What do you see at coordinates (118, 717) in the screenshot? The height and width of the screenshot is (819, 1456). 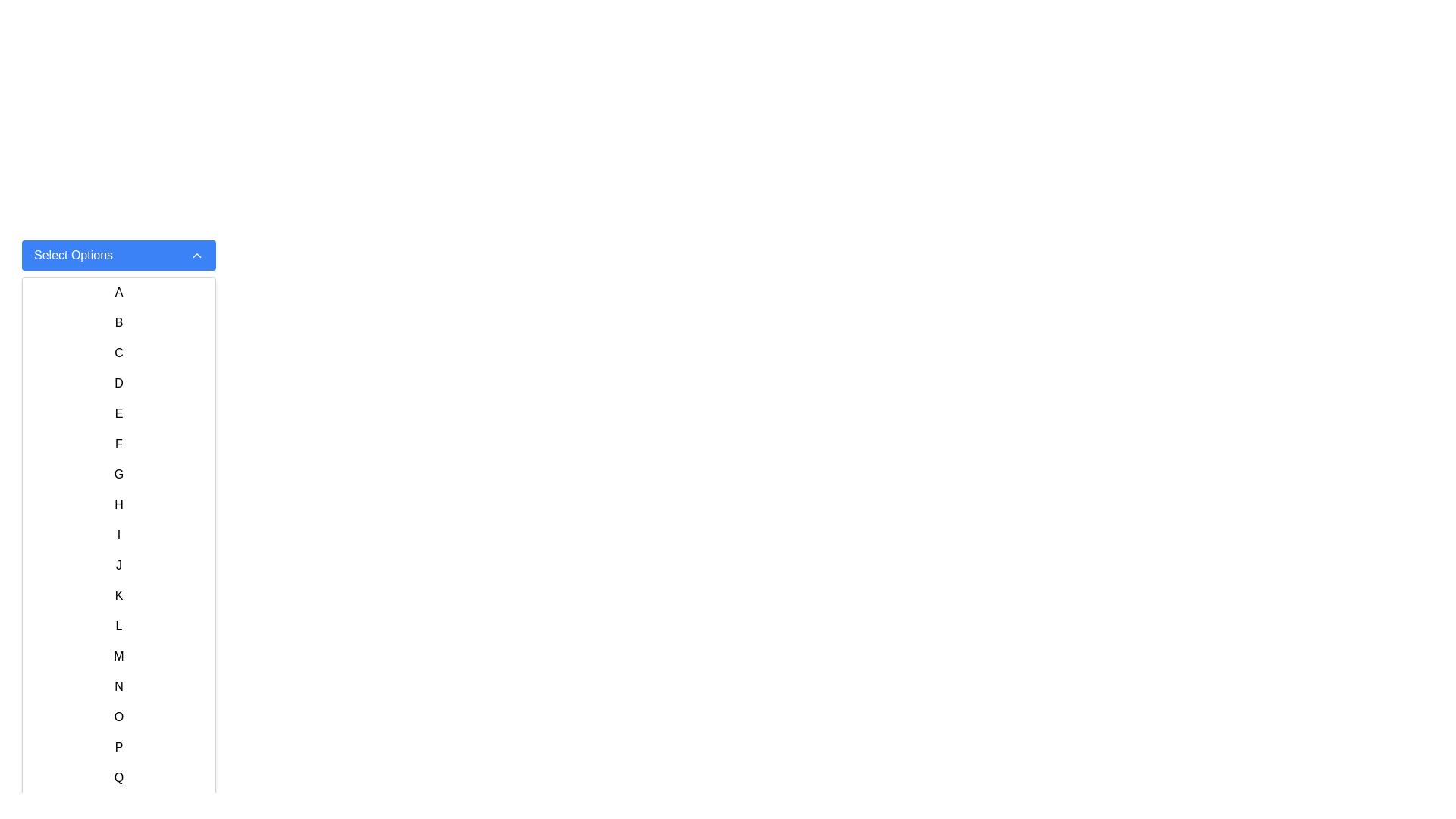 I see `the 15th item in the dropdown menu that allows the user to select the letter 'O', which is positioned between 'N' and 'P'` at bounding box center [118, 717].